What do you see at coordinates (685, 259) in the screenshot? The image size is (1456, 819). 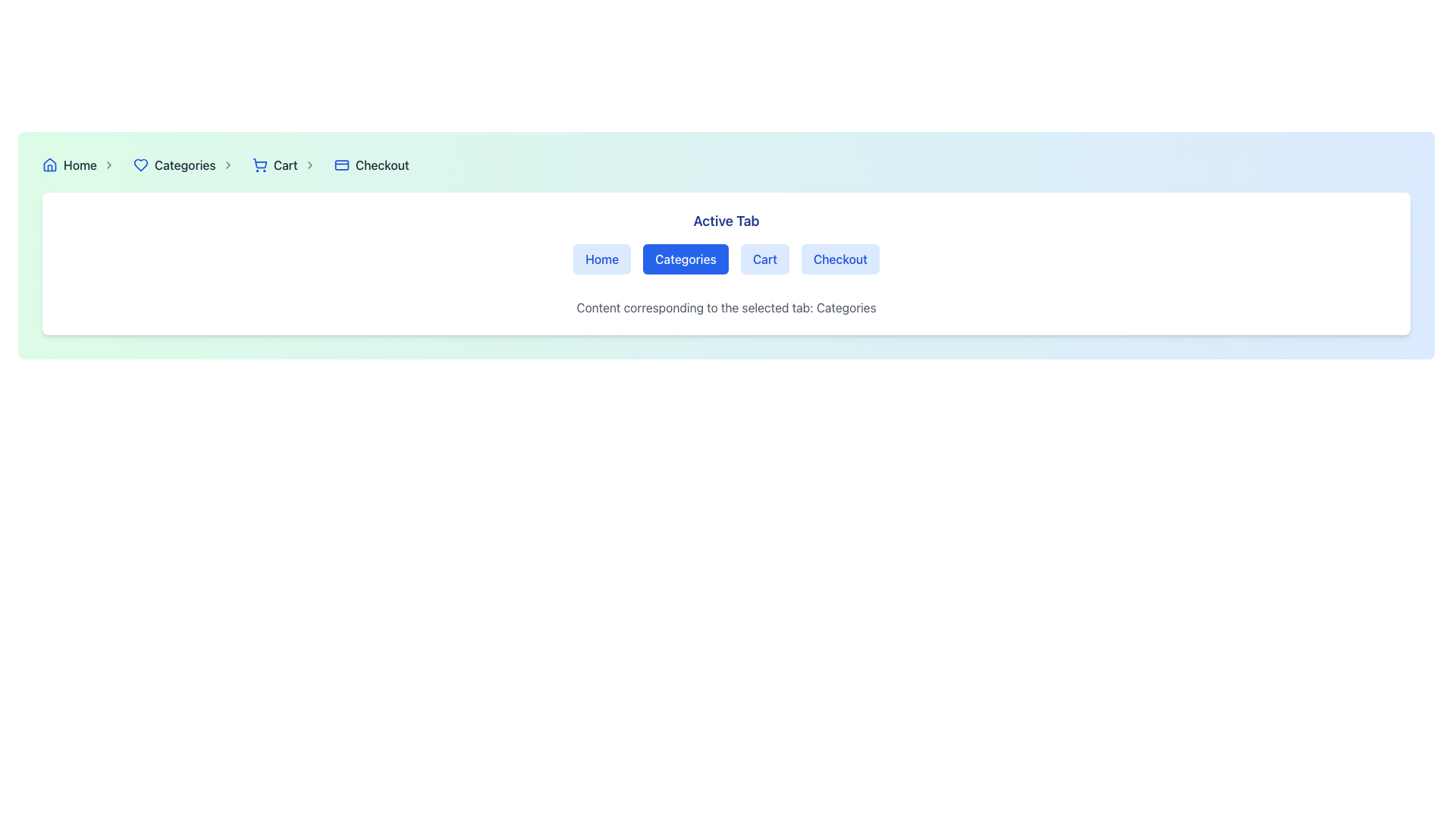 I see `the 'Categories' button, which is a rectangular button with rounded corners, blue background, and white text` at bounding box center [685, 259].